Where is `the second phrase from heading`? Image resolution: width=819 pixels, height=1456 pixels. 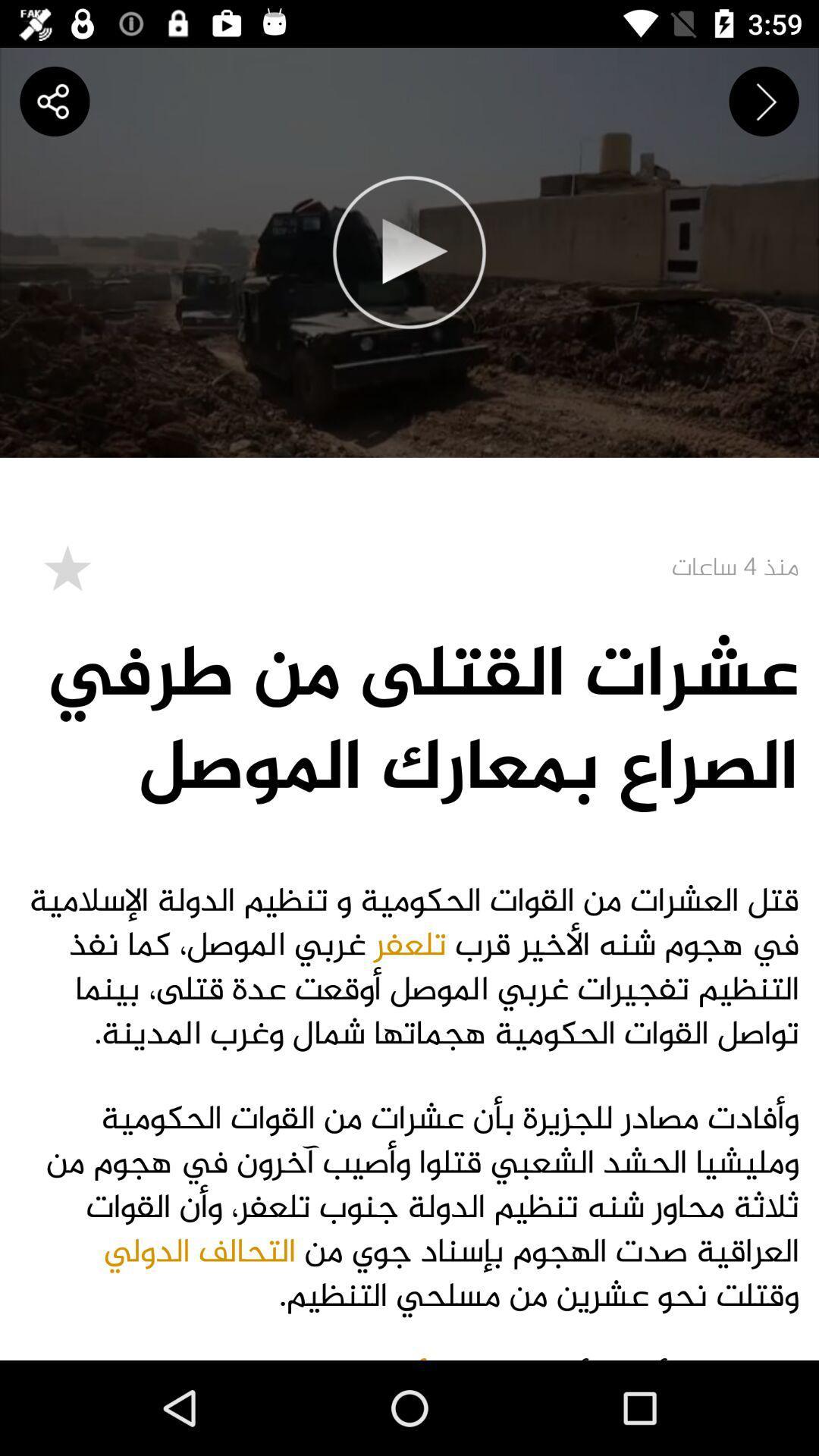
the second phrase from heading is located at coordinates (409, 1207).